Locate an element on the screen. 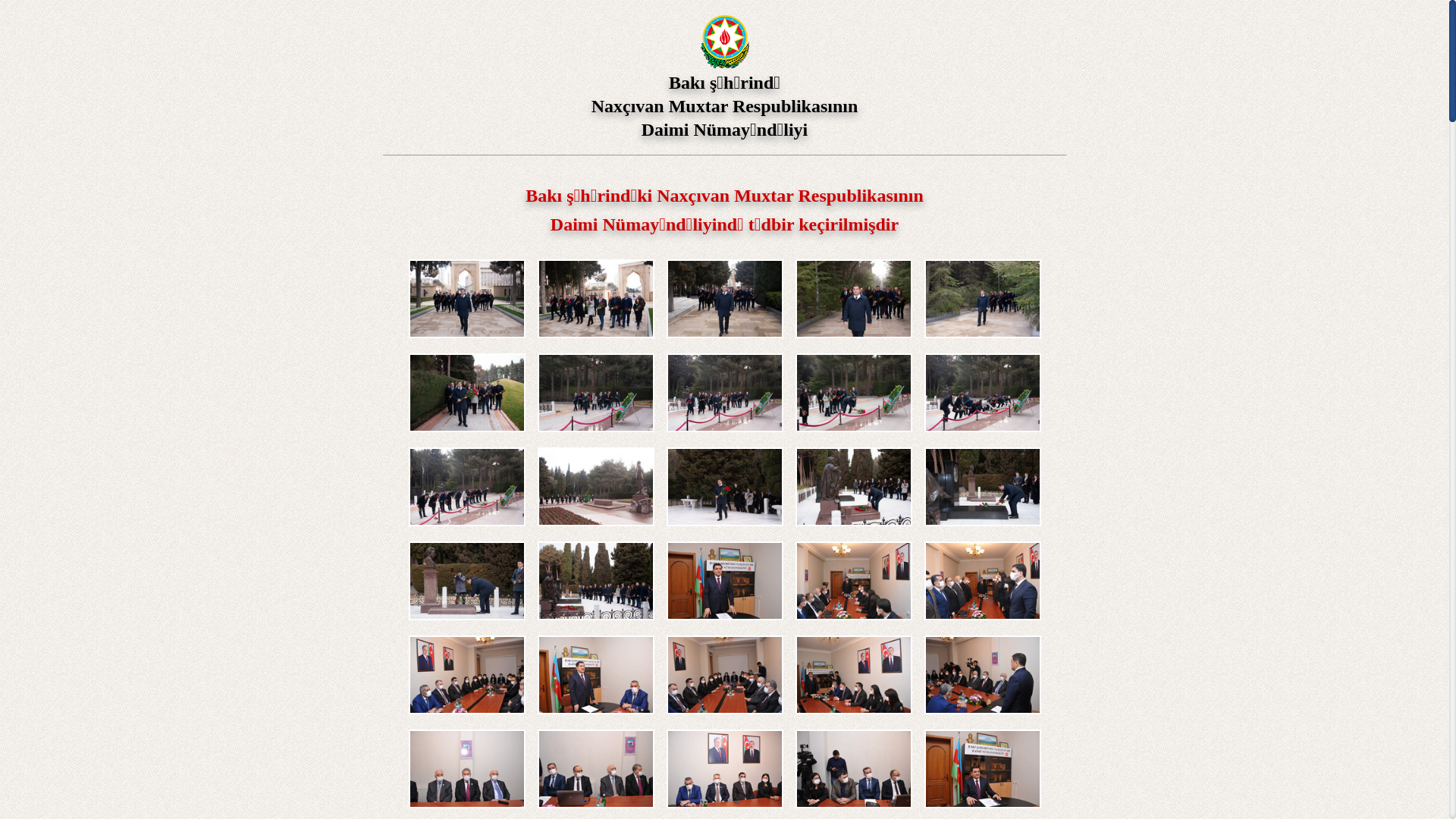 This screenshot has height=819, width=1456. 'Click to enlarge' is located at coordinates (595, 298).